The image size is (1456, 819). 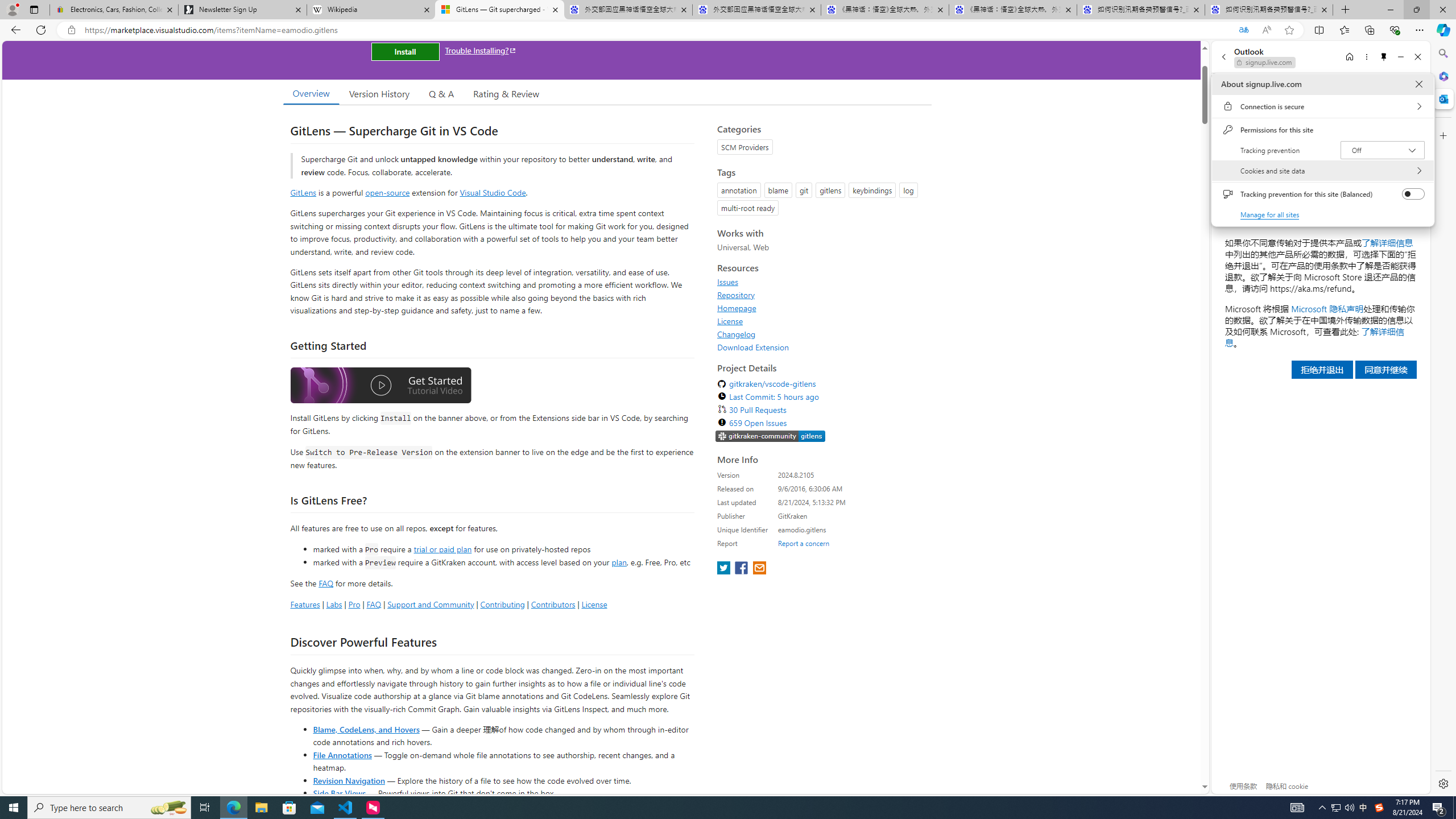 I want to click on 'Q2790: 100%', so click(x=1349, y=806).